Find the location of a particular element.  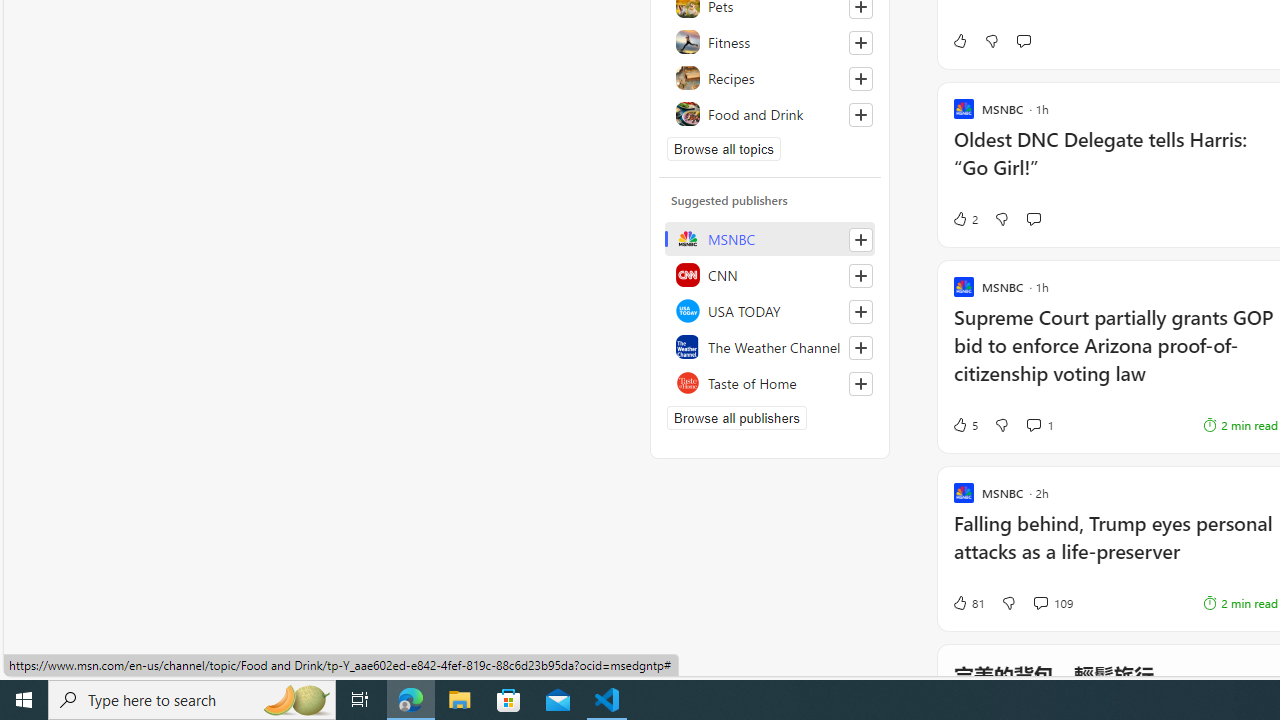

'Follow this source' is located at coordinates (860, 384).